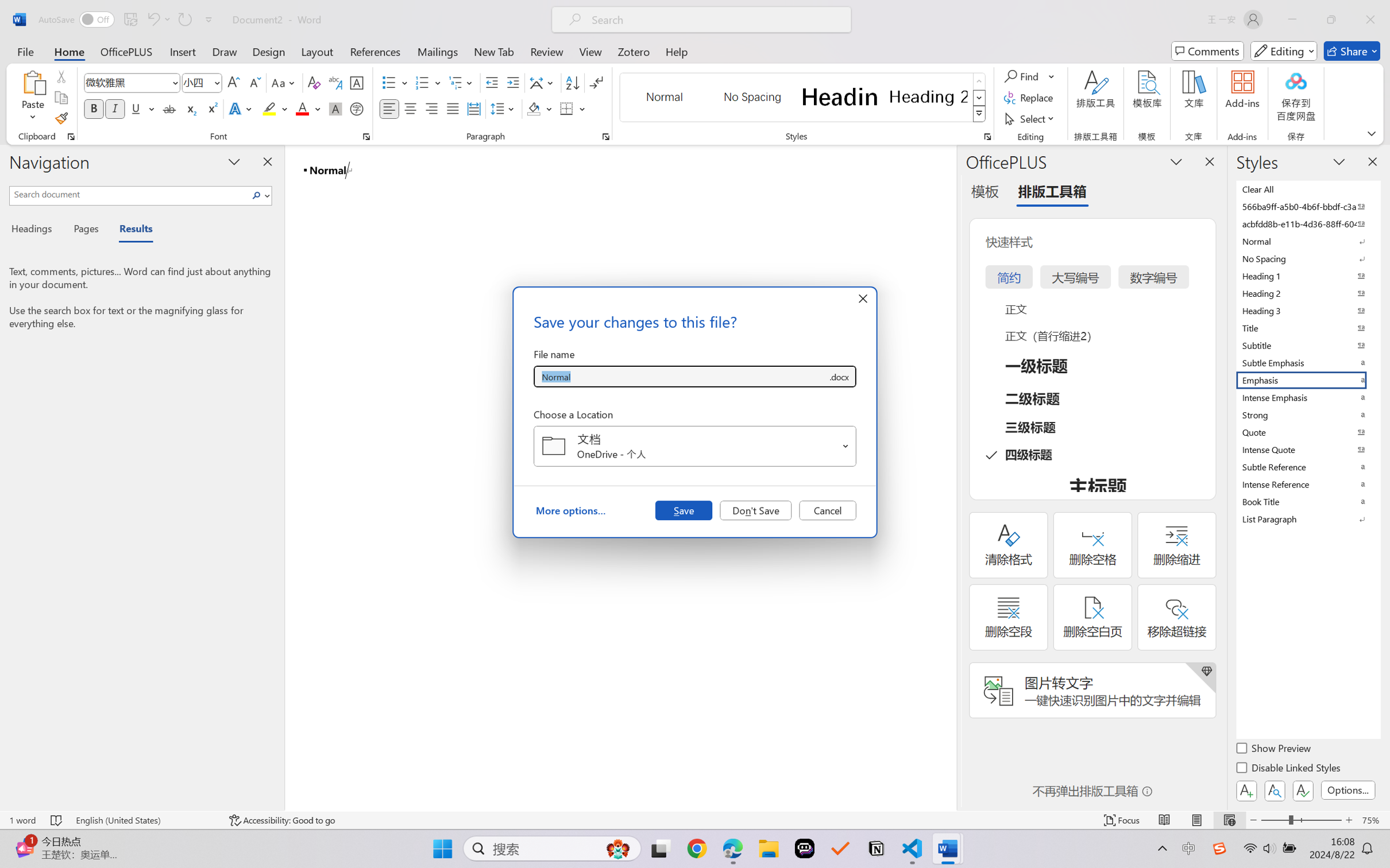  I want to click on 'Font Color Red', so click(303, 108).